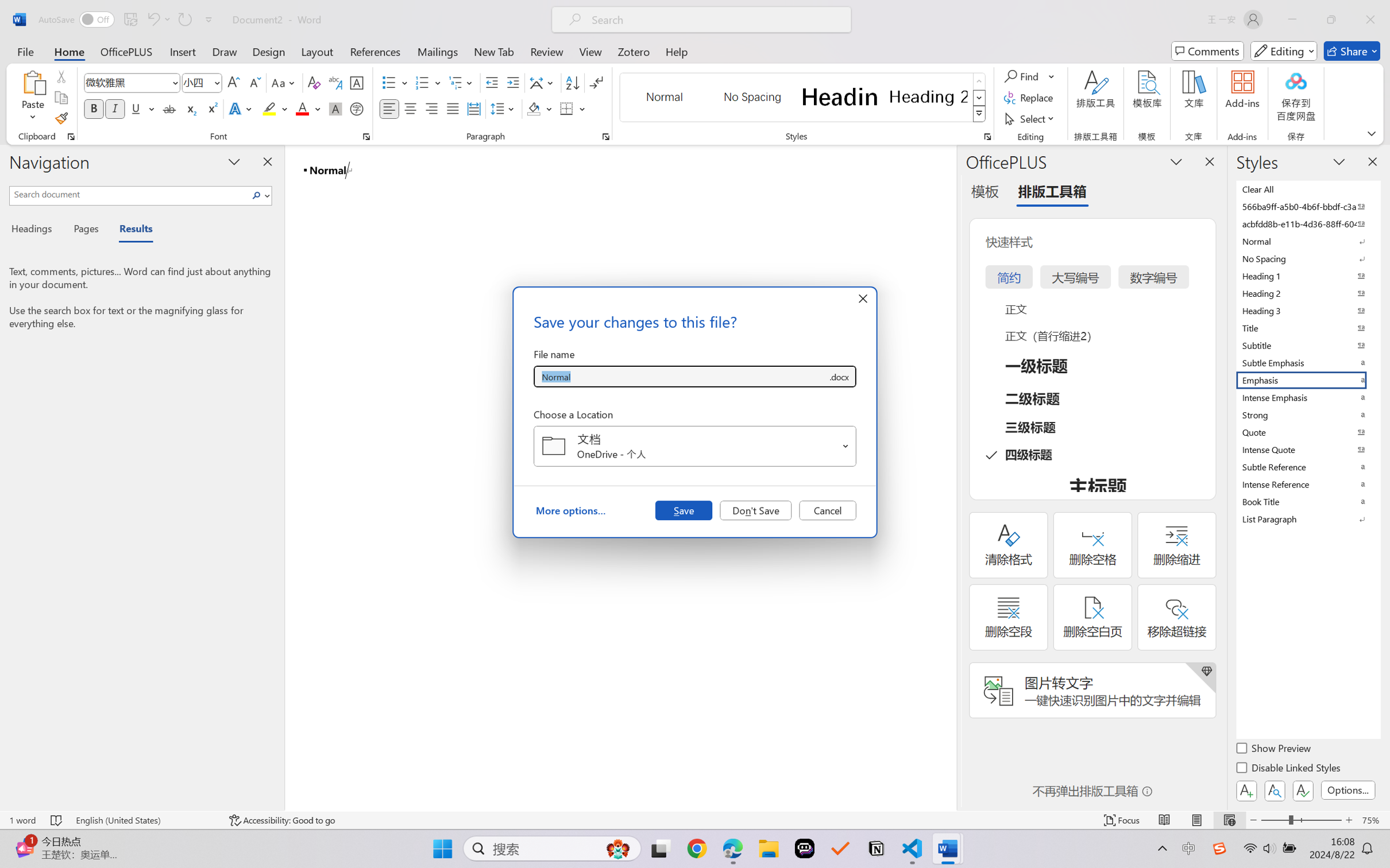  I want to click on 'Font Color Red', so click(303, 108).